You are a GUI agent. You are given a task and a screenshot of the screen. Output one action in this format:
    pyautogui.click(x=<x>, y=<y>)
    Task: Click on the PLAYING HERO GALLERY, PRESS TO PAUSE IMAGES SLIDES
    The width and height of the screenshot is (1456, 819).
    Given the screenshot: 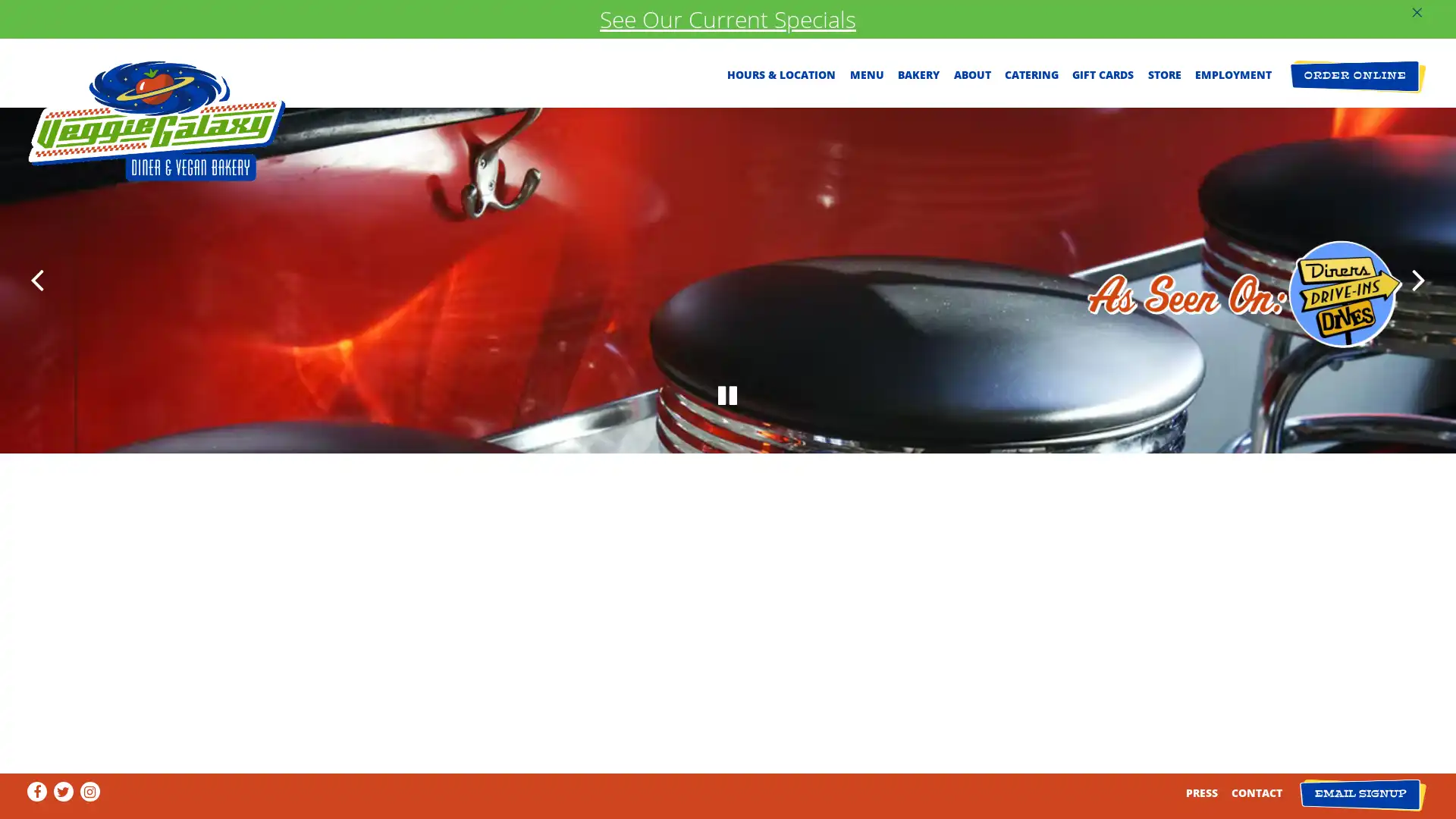 What is the action you would take?
    pyautogui.click(x=728, y=685)
    